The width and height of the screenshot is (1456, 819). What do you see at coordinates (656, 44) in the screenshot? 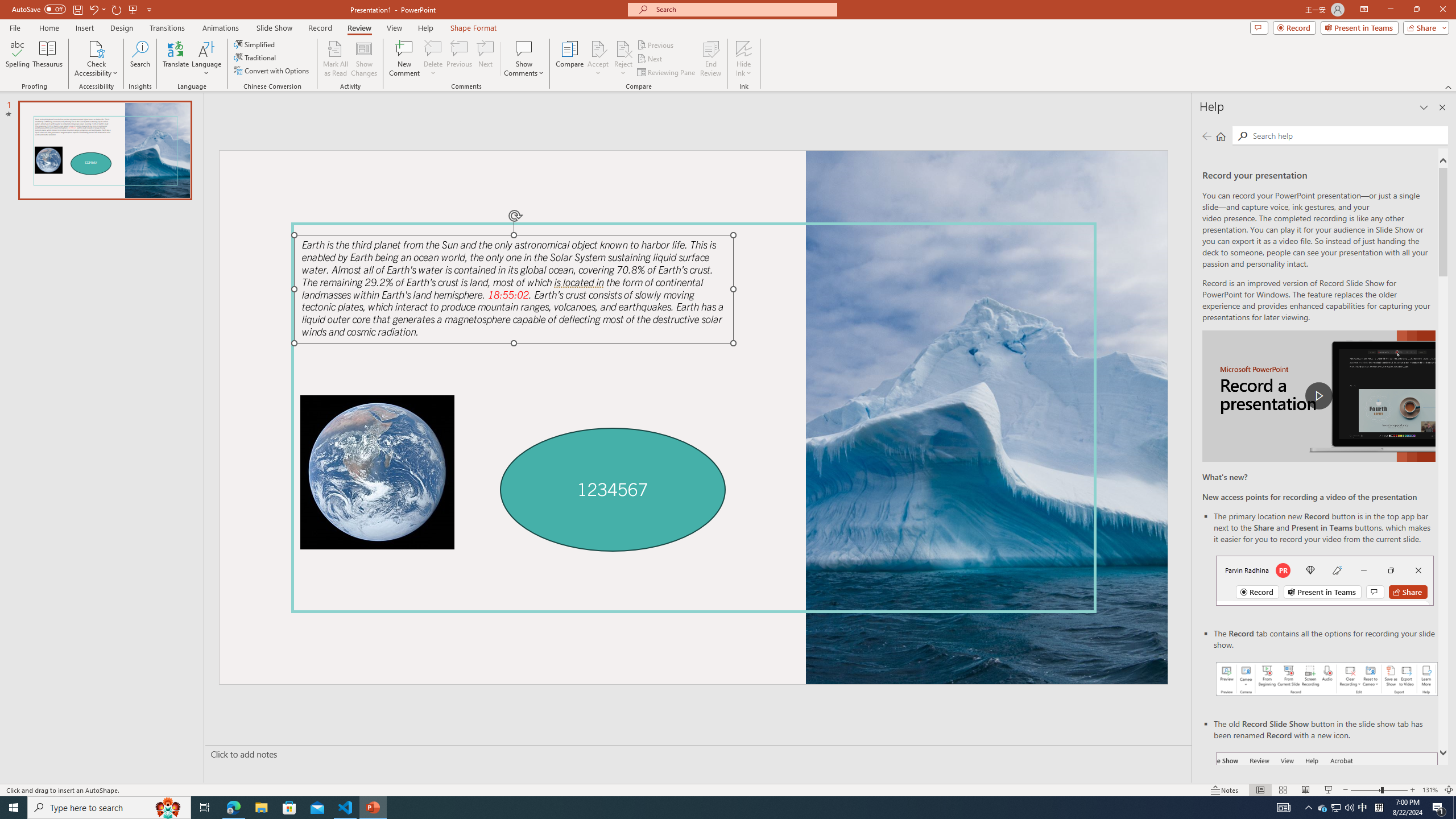
I see `'Previous'` at bounding box center [656, 44].